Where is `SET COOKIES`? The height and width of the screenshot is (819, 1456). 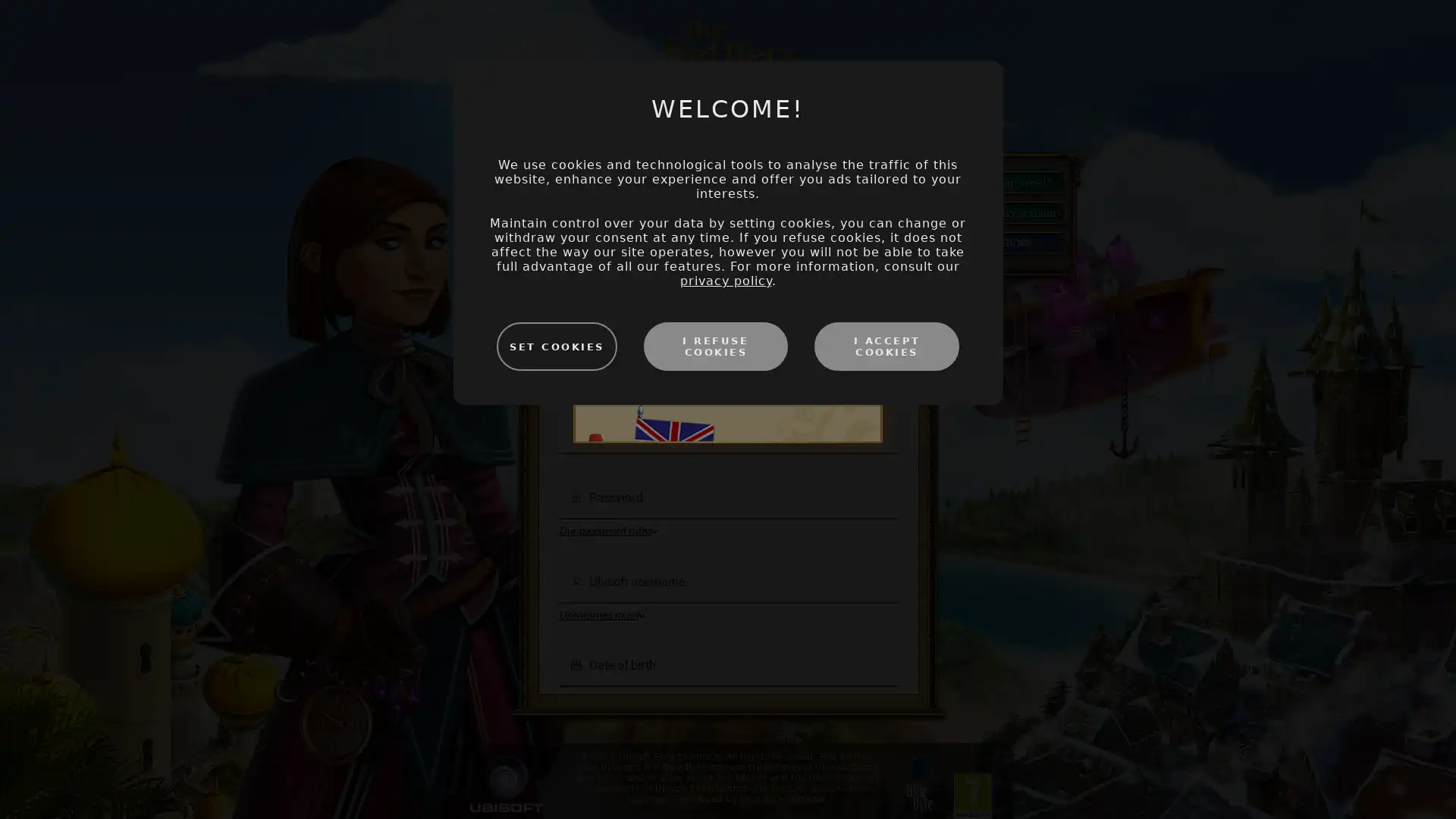
SET COOKIES is located at coordinates (556, 346).